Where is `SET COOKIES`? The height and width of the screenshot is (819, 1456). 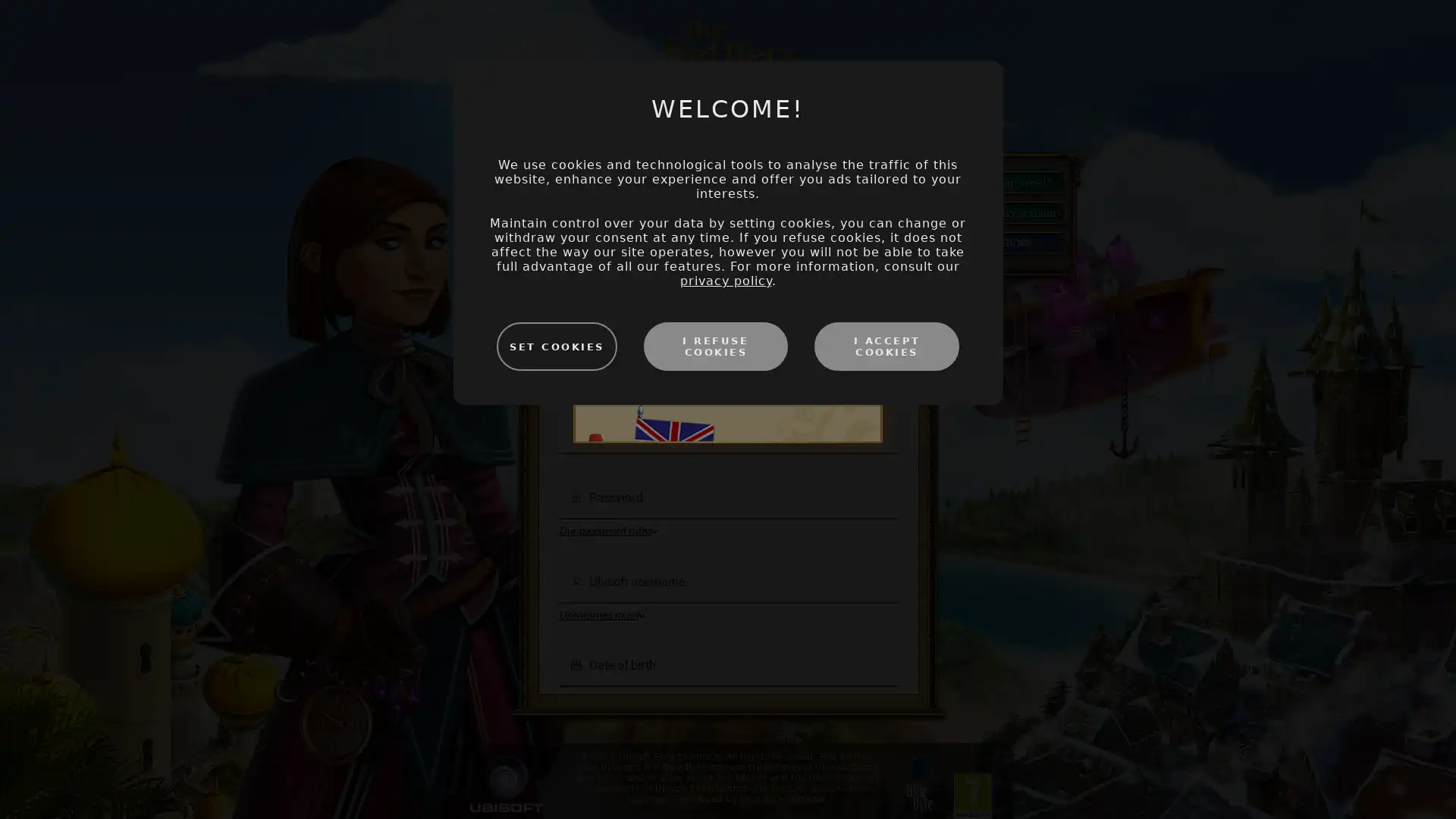
SET COOKIES is located at coordinates (556, 346).